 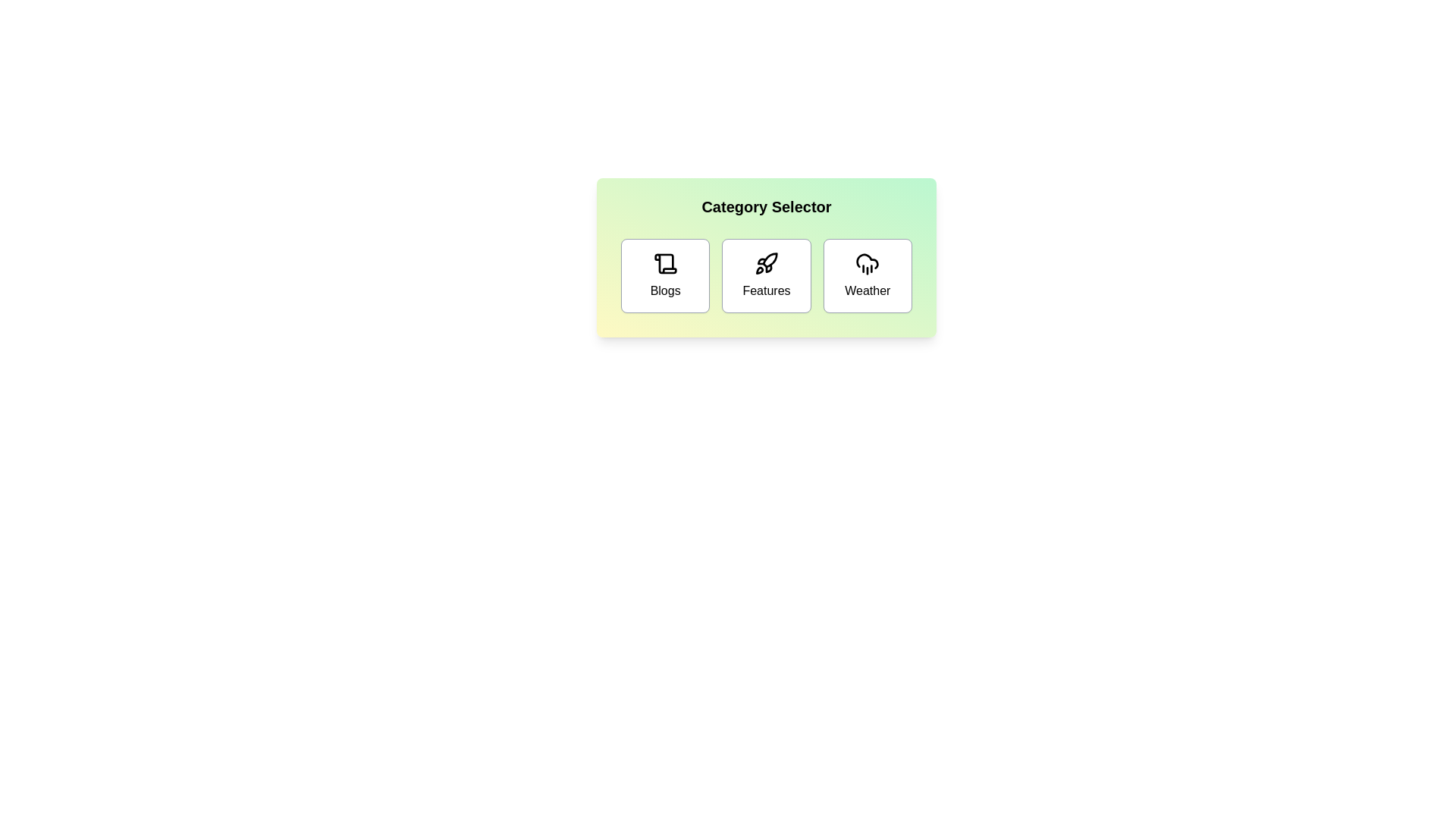 What do you see at coordinates (867, 275) in the screenshot?
I see `the 'Weather' button to select the Weather category` at bounding box center [867, 275].